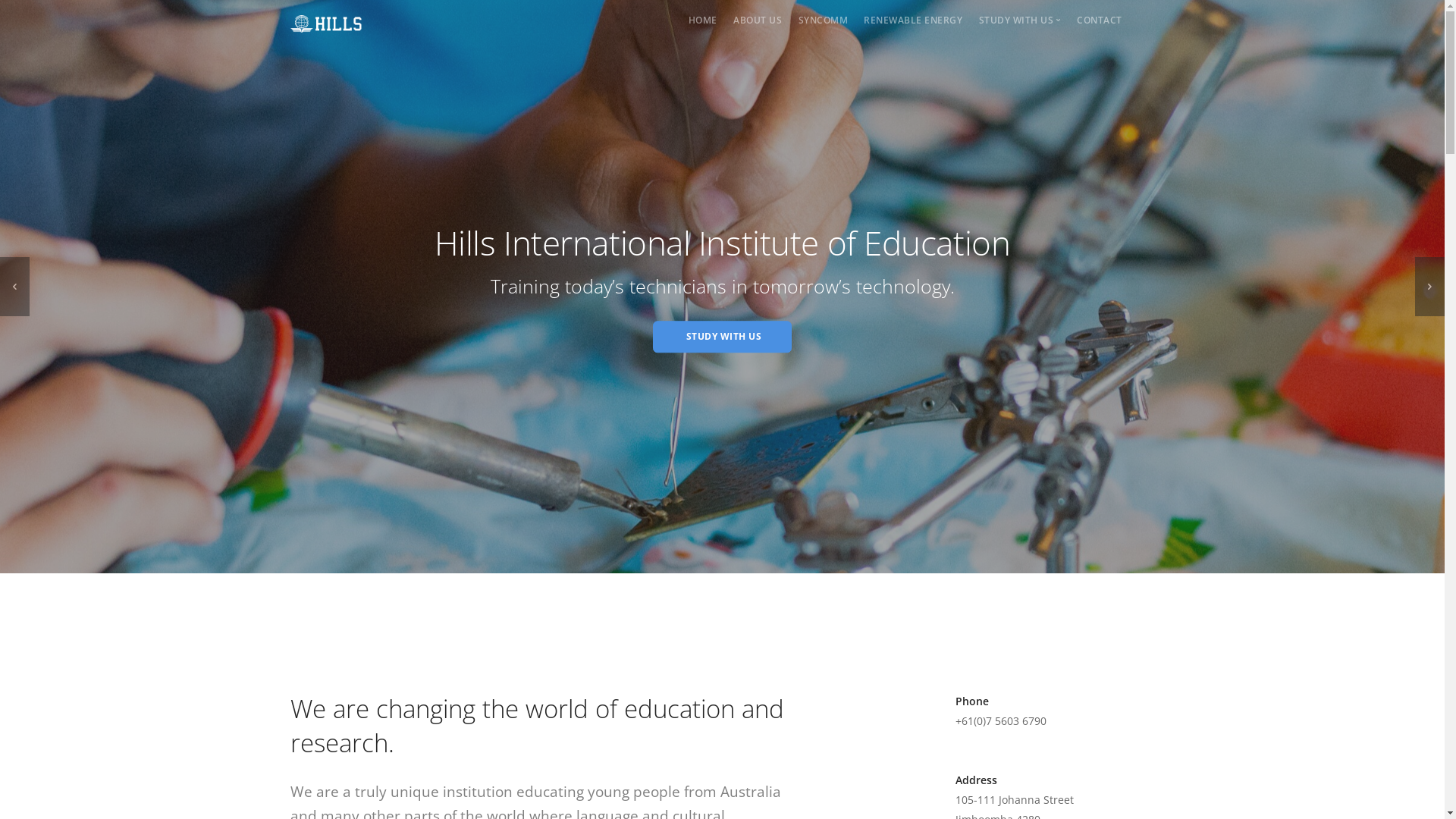 The width and height of the screenshot is (1456, 819). Describe the element at coordinates (701, 20) in the screenshot. I see `'HOME'` at that location.